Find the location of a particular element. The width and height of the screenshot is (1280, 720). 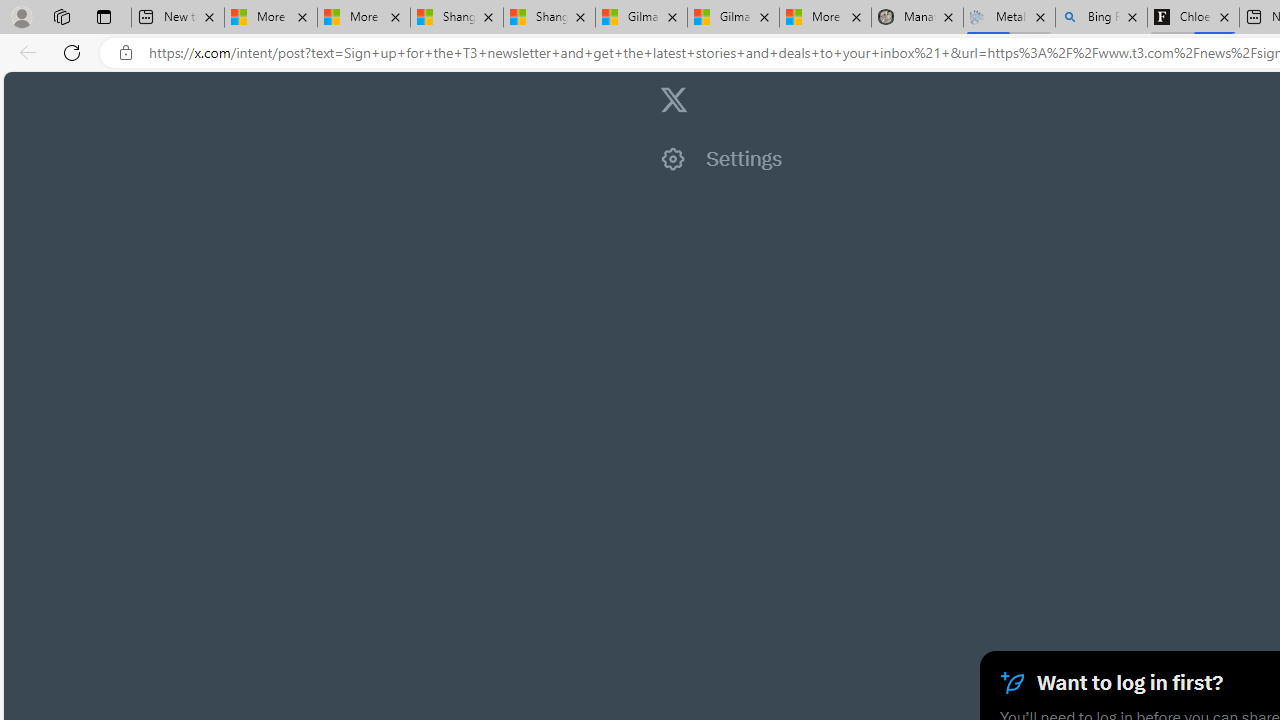

'Back' is located at coordinates (24, 51).